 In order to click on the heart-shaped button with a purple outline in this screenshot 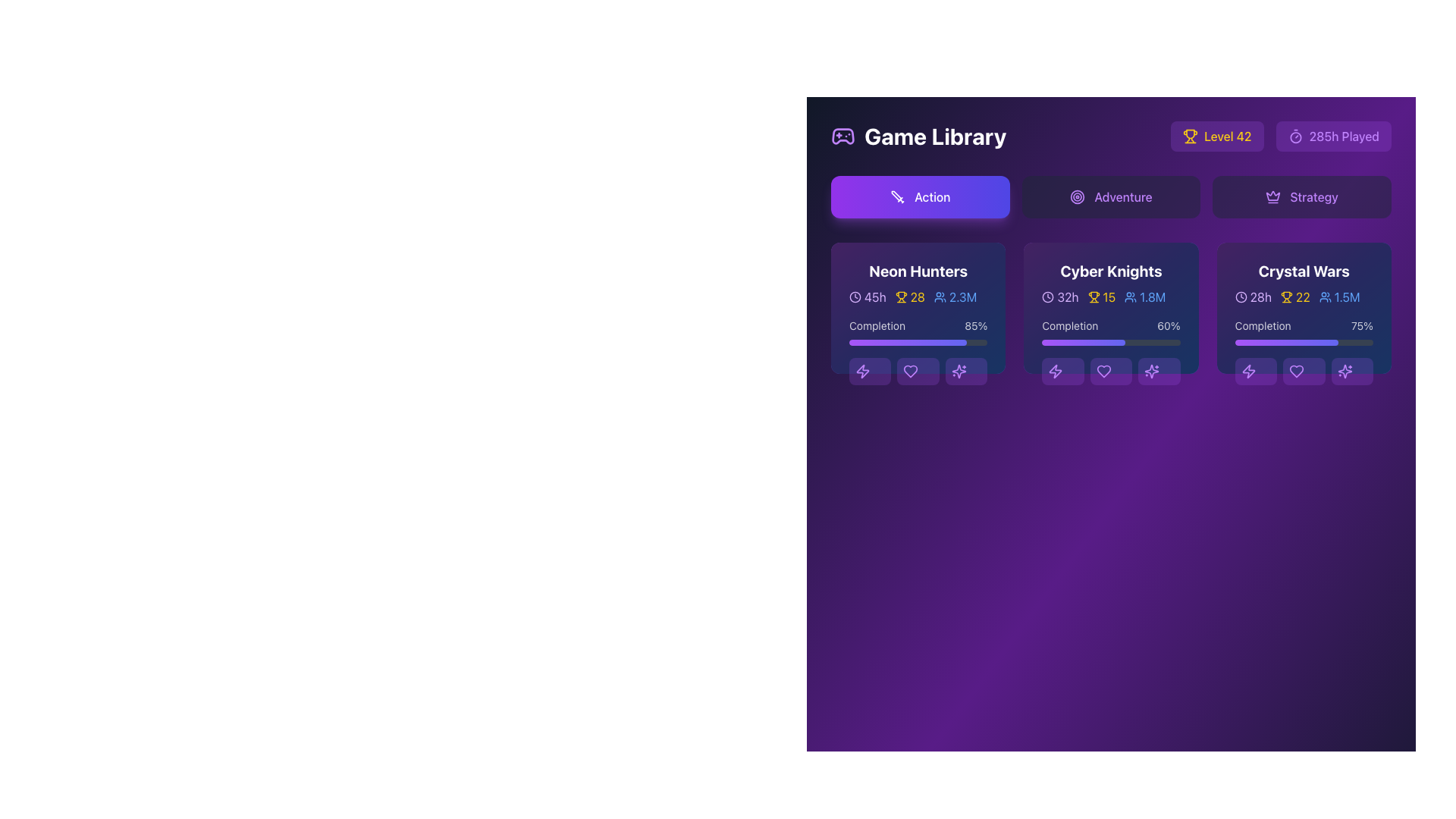, I will do `click(1296, 371)`.